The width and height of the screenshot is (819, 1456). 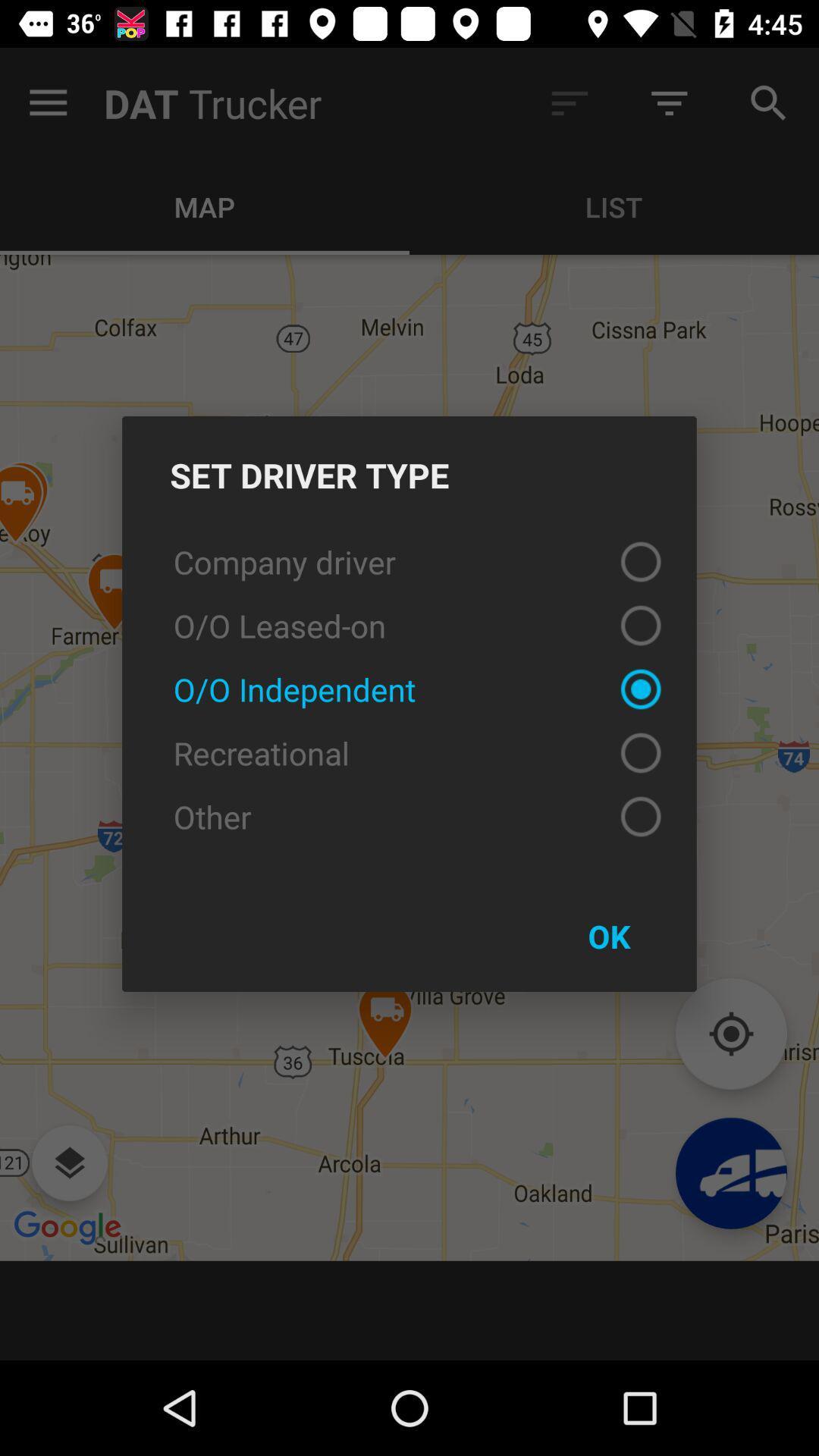 What do you see at coordinates (409, 815) in the screenshot?
I see `icon above ok item` at bounding box center [409, 815].